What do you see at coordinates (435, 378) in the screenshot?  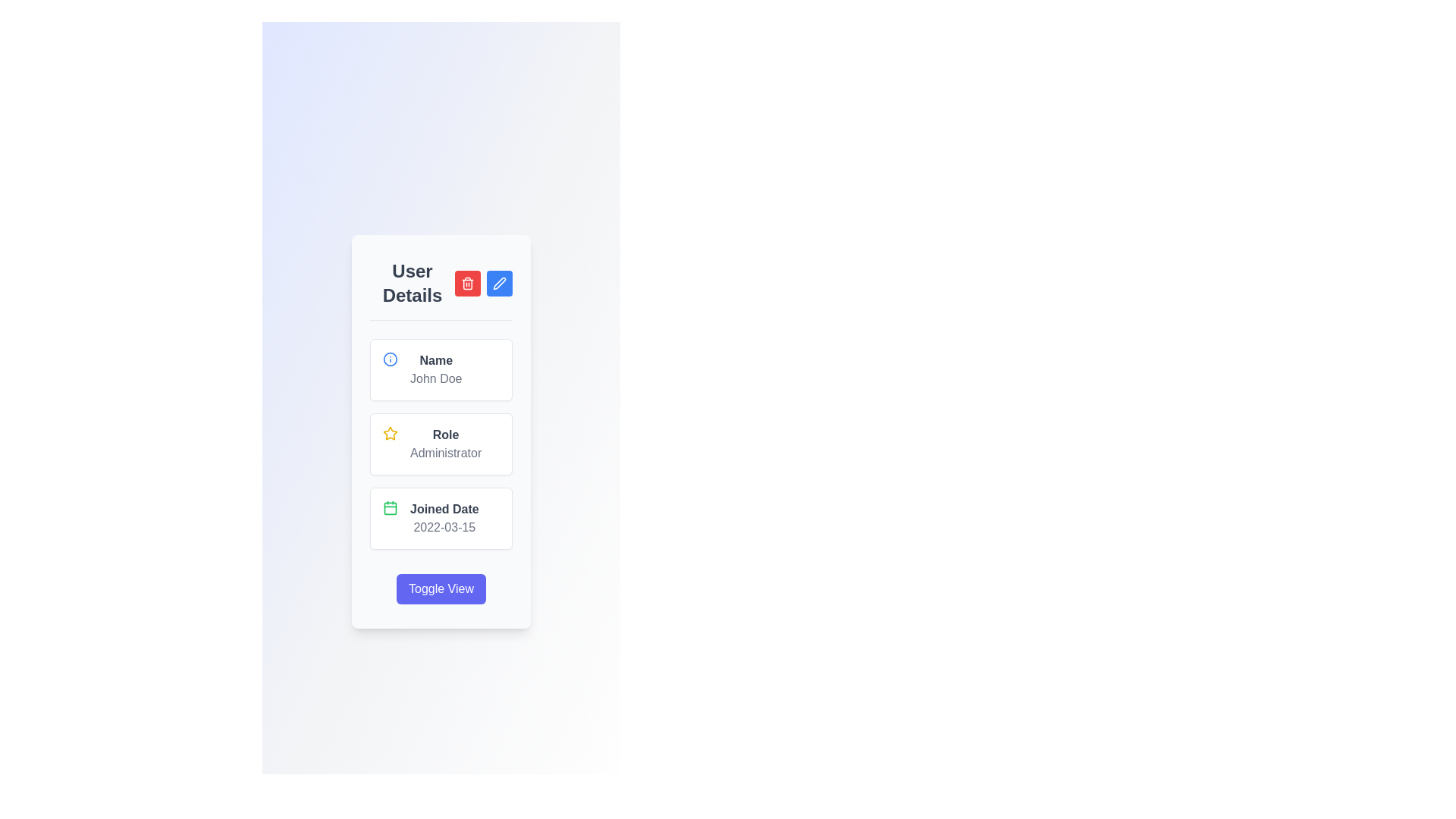 I see `the text display element showing 'John Doe', which is positioned below the 'Name' label within a small information card` at bounding box center [435, 378].